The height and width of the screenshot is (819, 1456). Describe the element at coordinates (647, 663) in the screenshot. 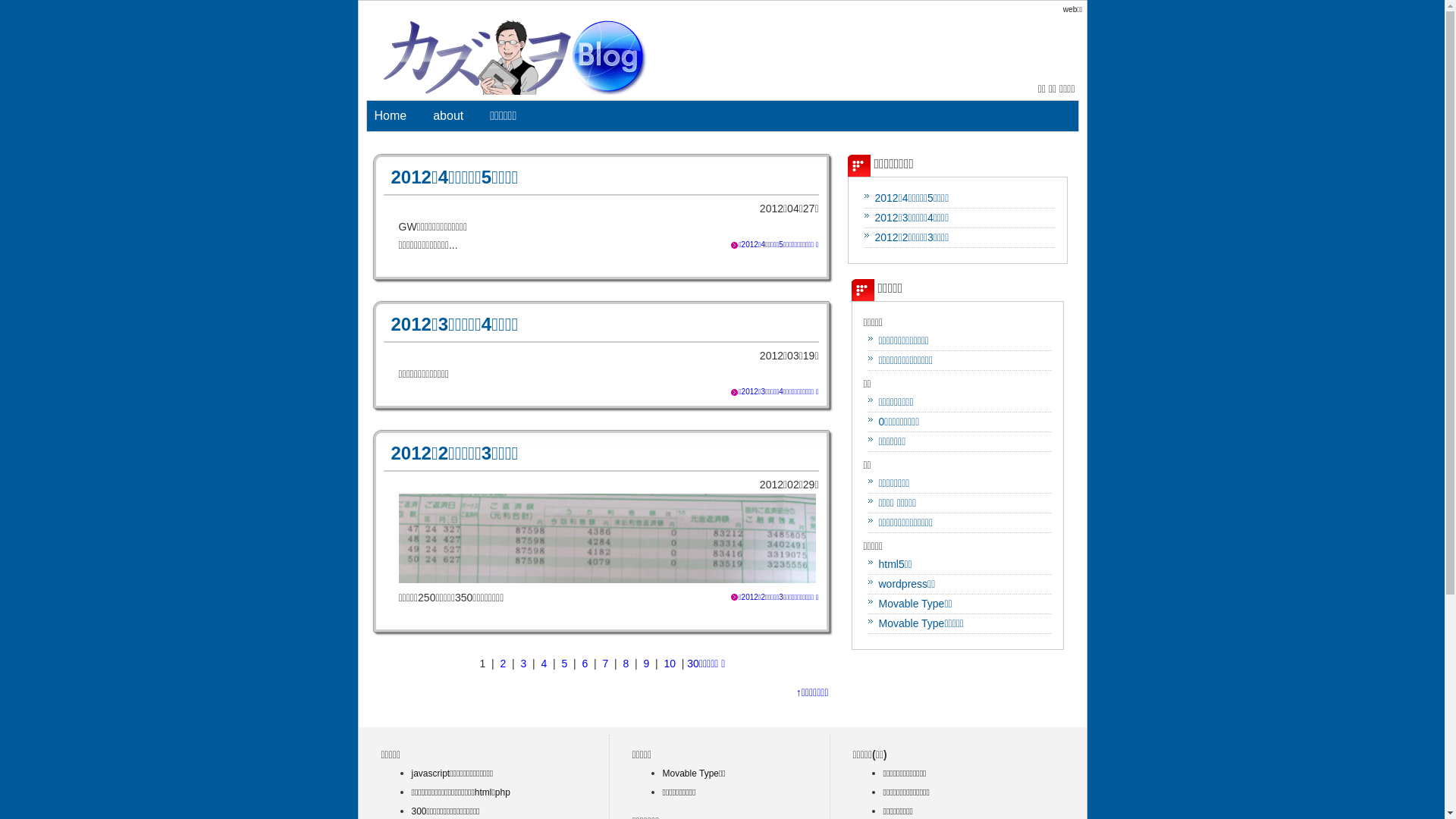

I see `' 9 '` at that location.